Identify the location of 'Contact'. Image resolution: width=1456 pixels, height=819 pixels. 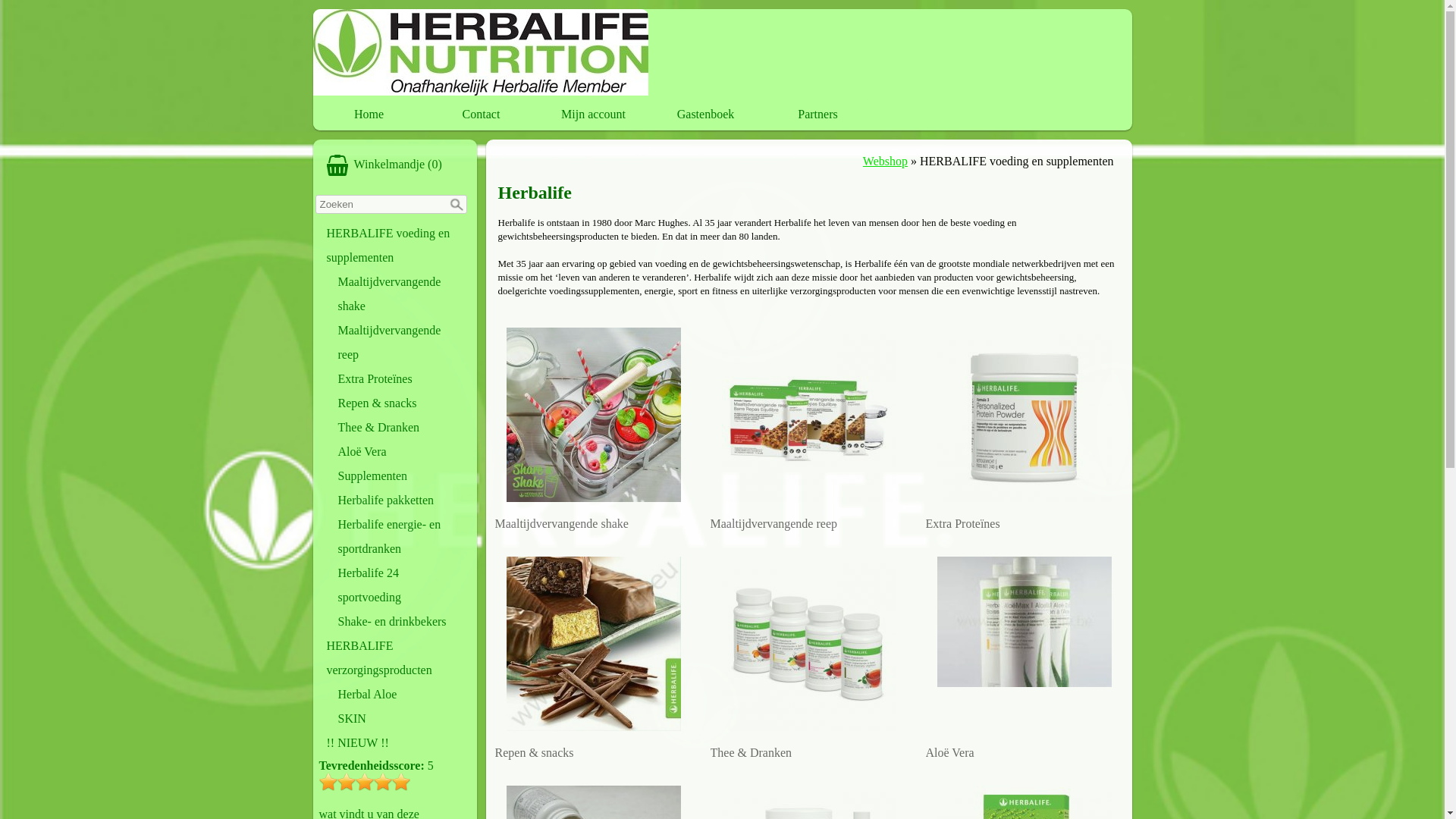
(480, 113).